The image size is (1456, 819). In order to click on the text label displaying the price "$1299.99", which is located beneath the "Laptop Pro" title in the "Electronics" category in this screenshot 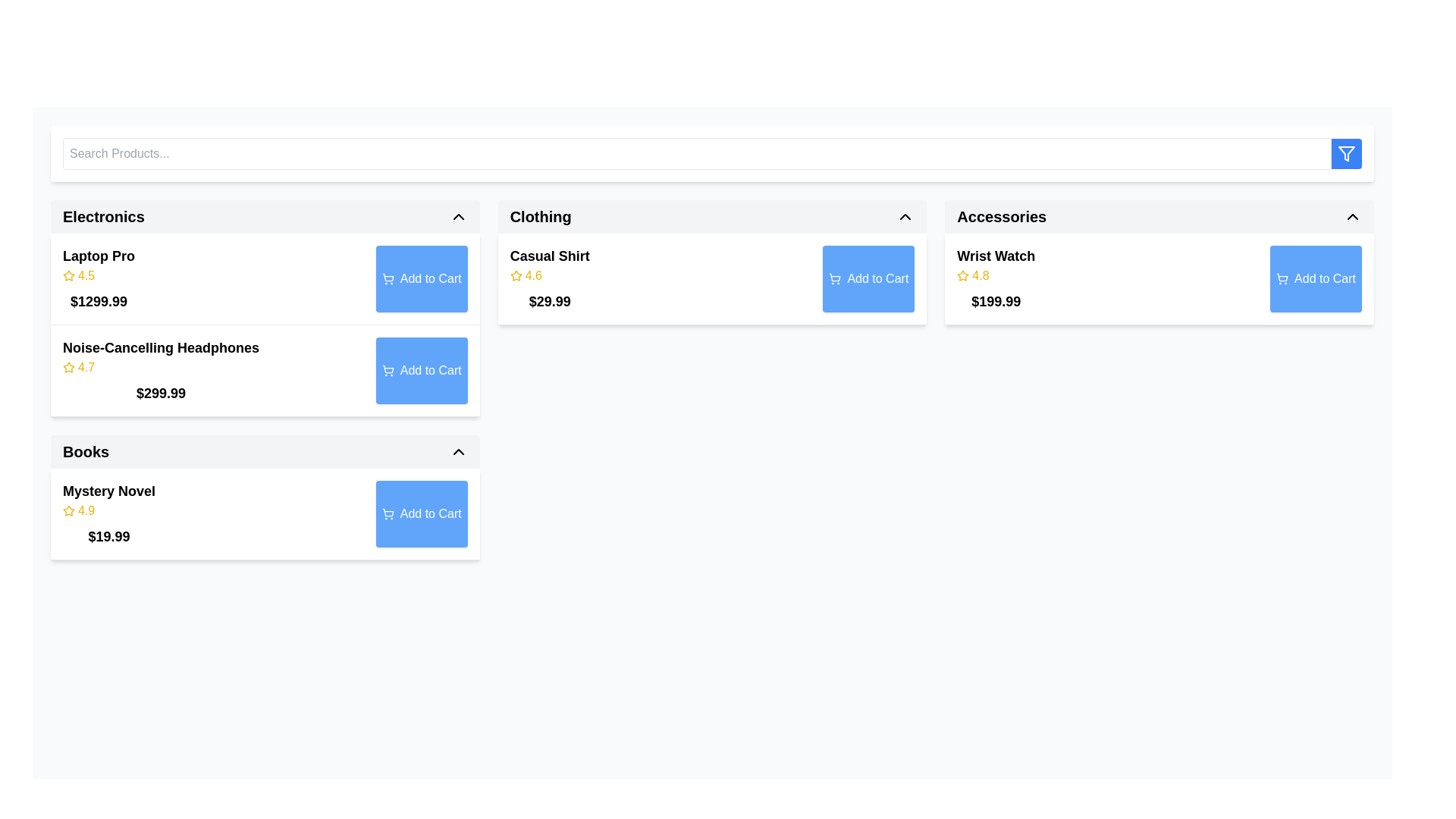, I will do `click(98, 301)`.